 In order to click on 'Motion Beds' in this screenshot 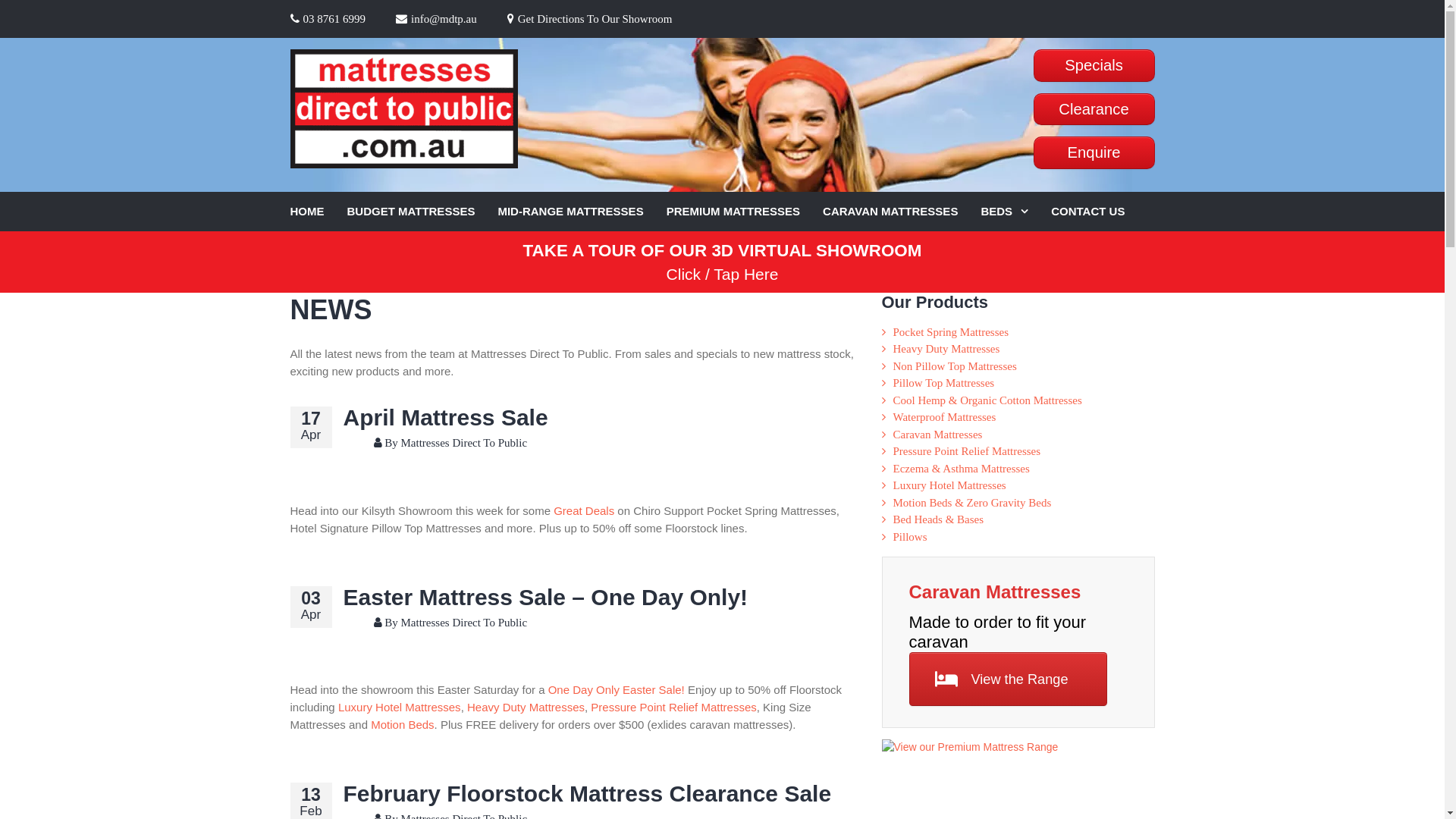, I will do `click(402, 723)`.